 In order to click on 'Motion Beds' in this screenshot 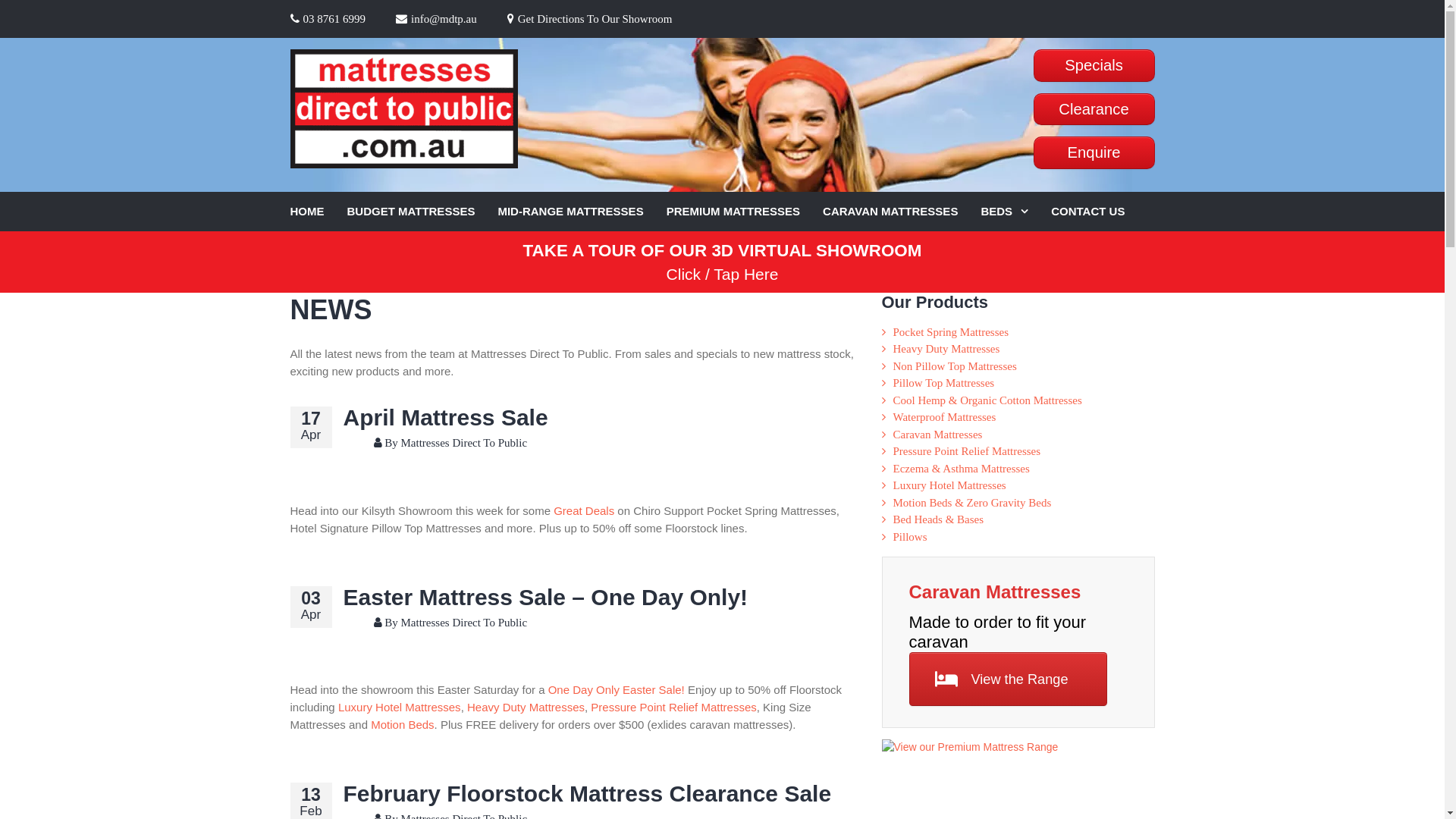, I will do `click(402, 723)`.